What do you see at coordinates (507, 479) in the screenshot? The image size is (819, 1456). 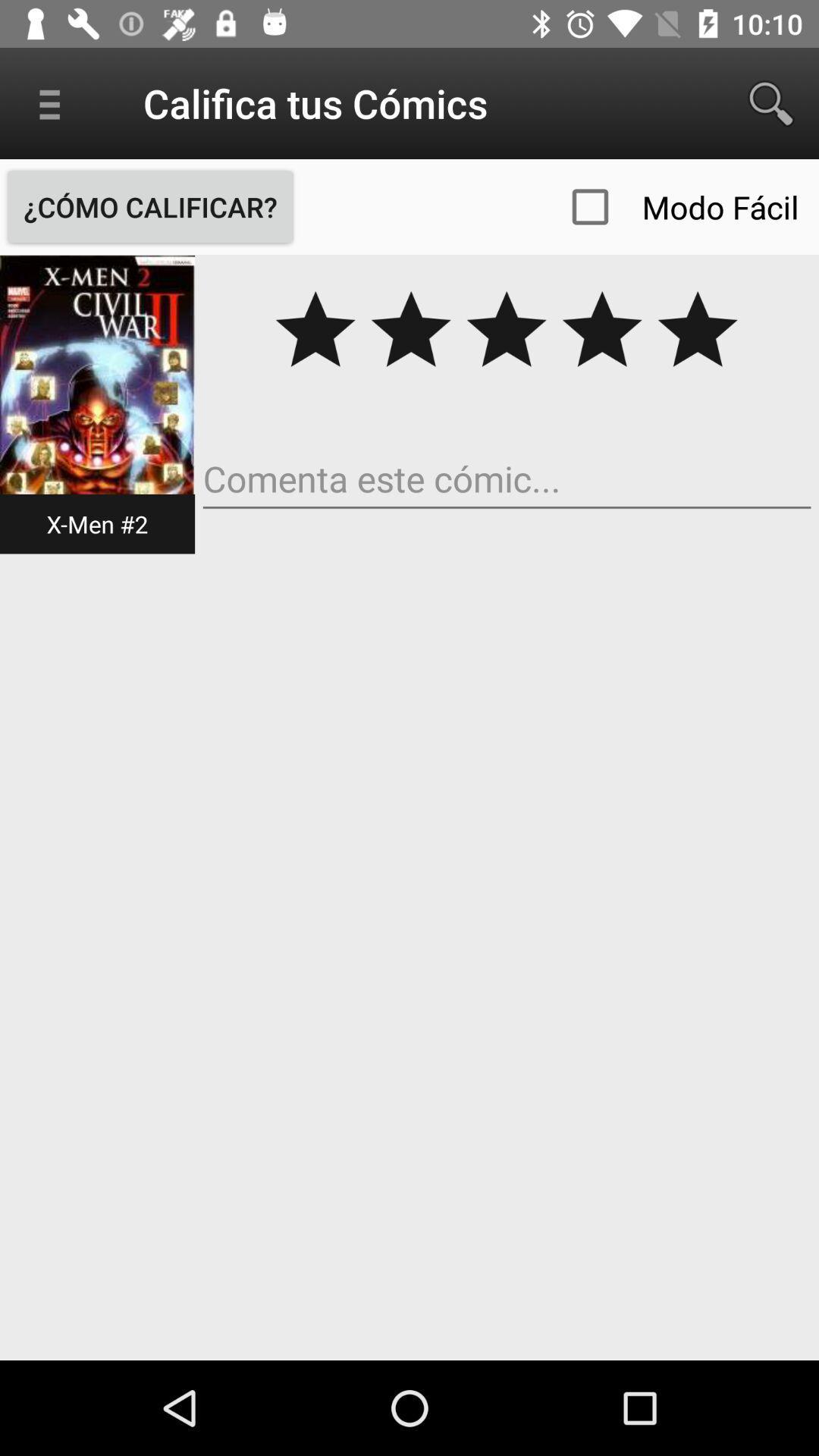 I see `comment` at bounding box center [507, 479].